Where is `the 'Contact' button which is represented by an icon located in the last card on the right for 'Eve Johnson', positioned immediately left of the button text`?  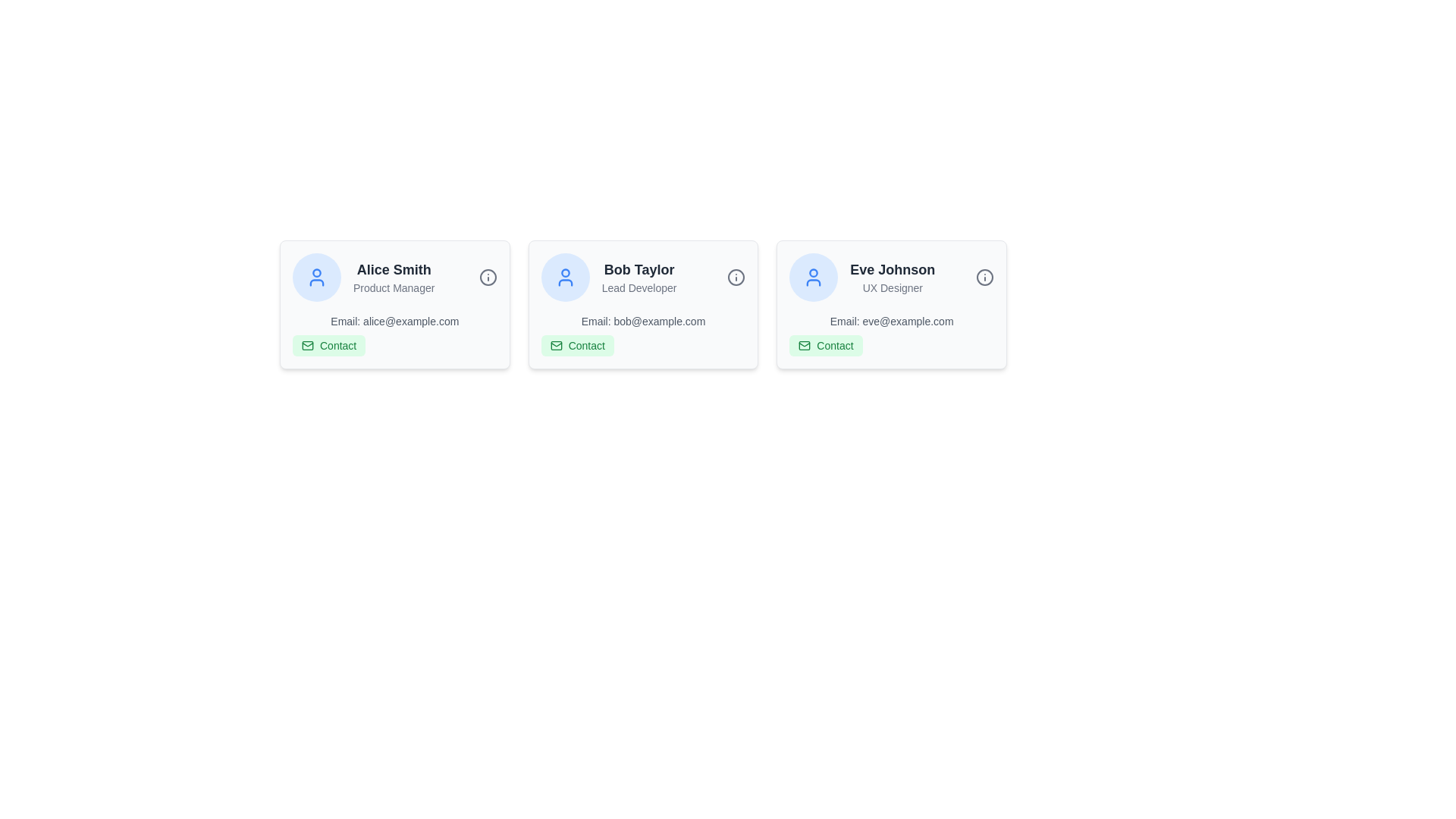
the 'Contact' button which is represented by an icon located in the last card on the right for 'Eve Johnson', positioned immediately left of the button text is located at coordinates (804, 345).